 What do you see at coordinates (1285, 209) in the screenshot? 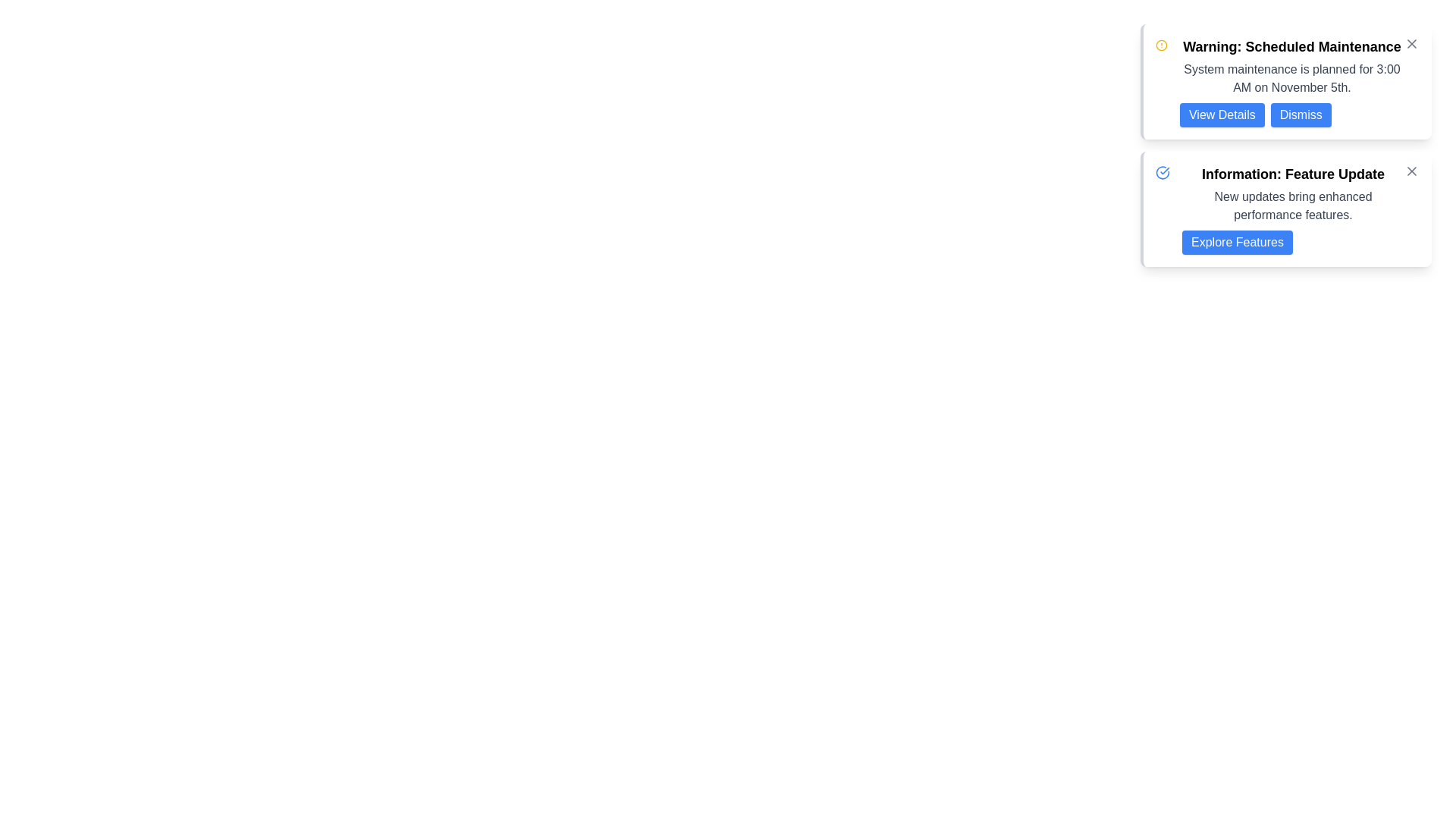
I see `the second notification box with rounded corners that has a white background and a blue left border, containing the title 'Information: Feature Update' and the description 'New updates bring enhanced performance features'` at bounding box center [1285, 209].